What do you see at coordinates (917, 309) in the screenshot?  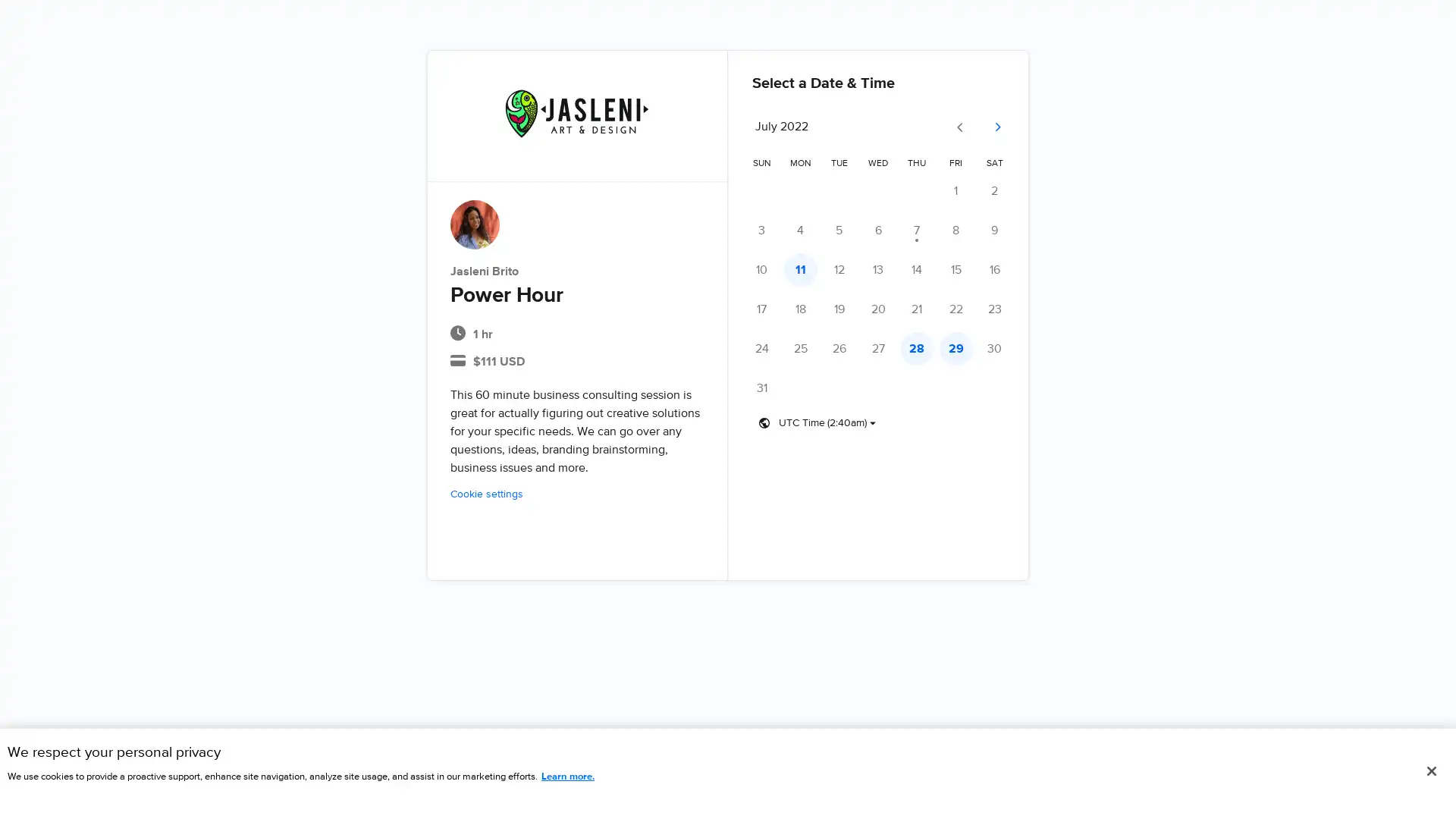 I see `Thursday, July 21 - No times available` at bounding box center [917, 309].